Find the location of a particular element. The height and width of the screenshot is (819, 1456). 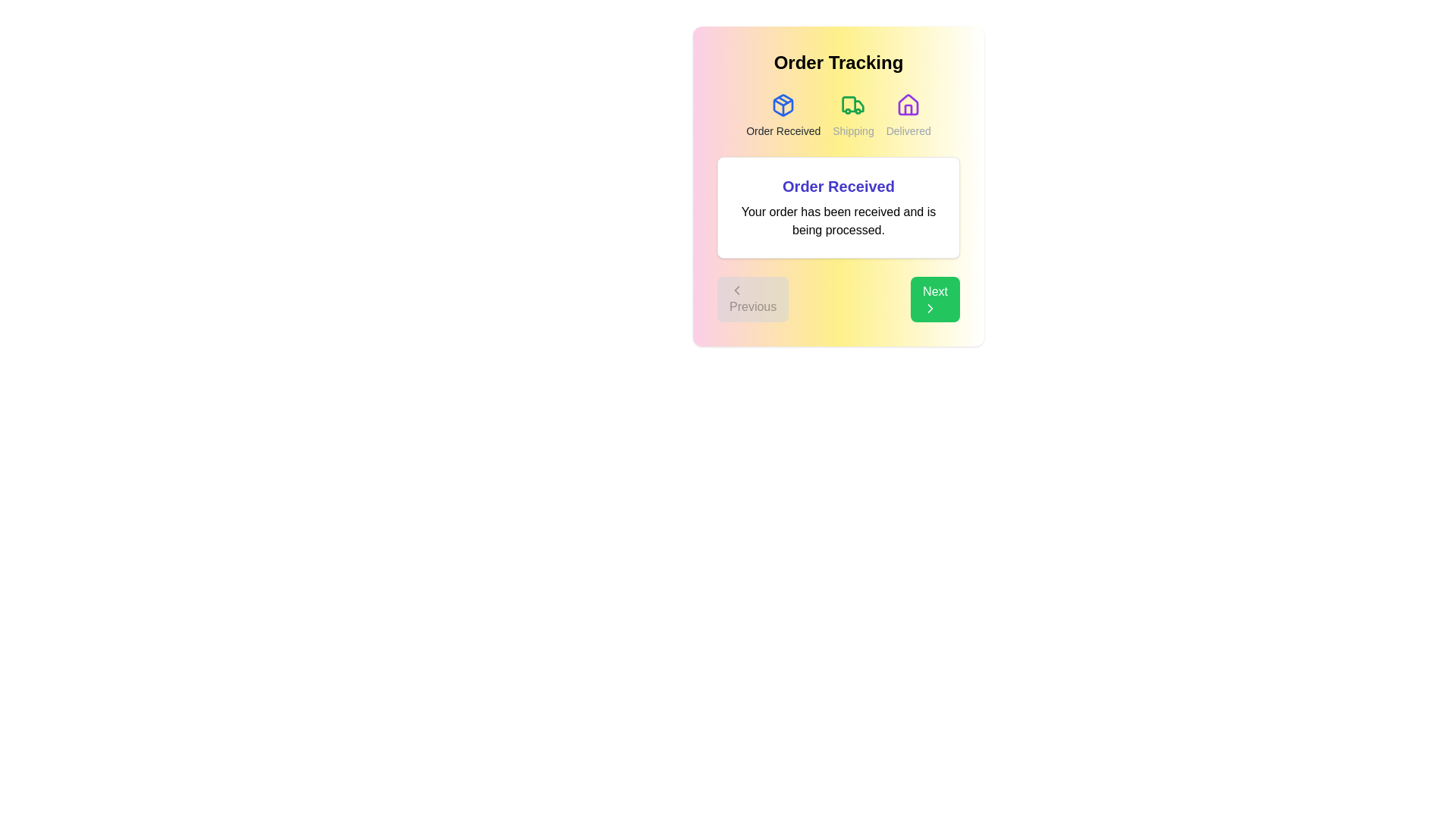

the icon for the Shipping step in the order tracking process is located at coordinates (853, 104).